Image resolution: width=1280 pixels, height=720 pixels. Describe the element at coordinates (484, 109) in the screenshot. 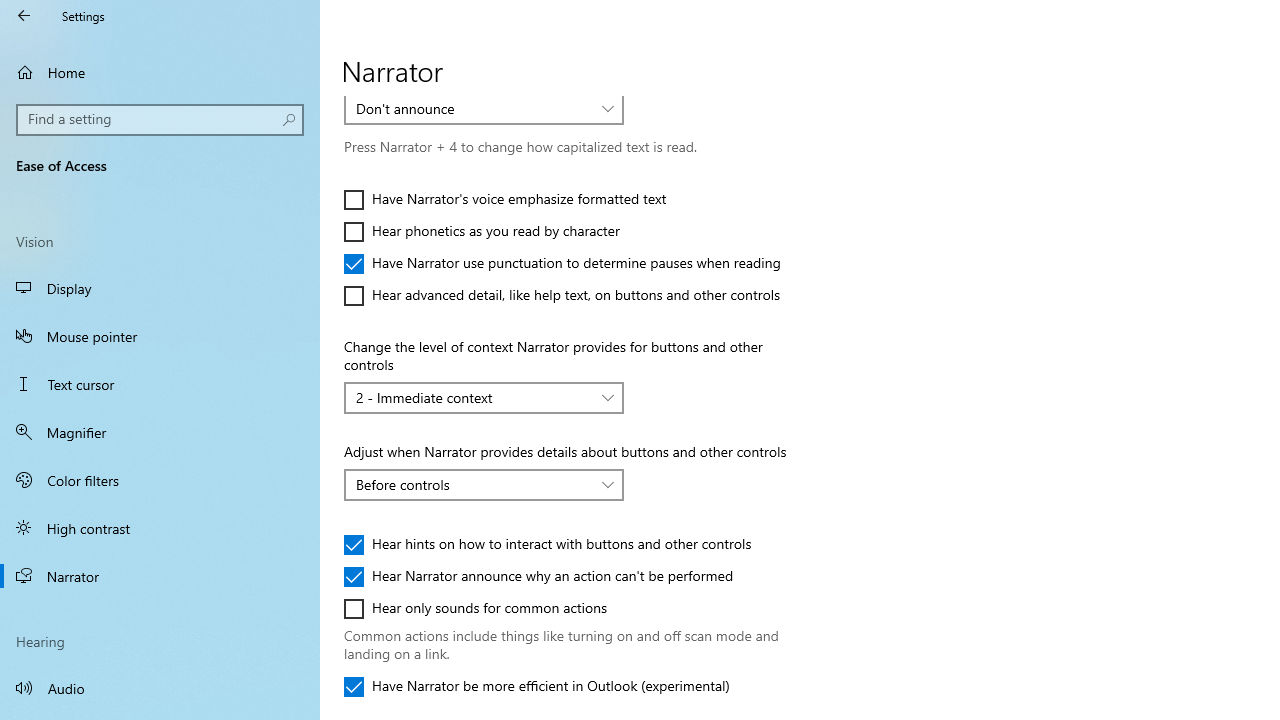

I see `'Change how capitalized text is read'` at that location.